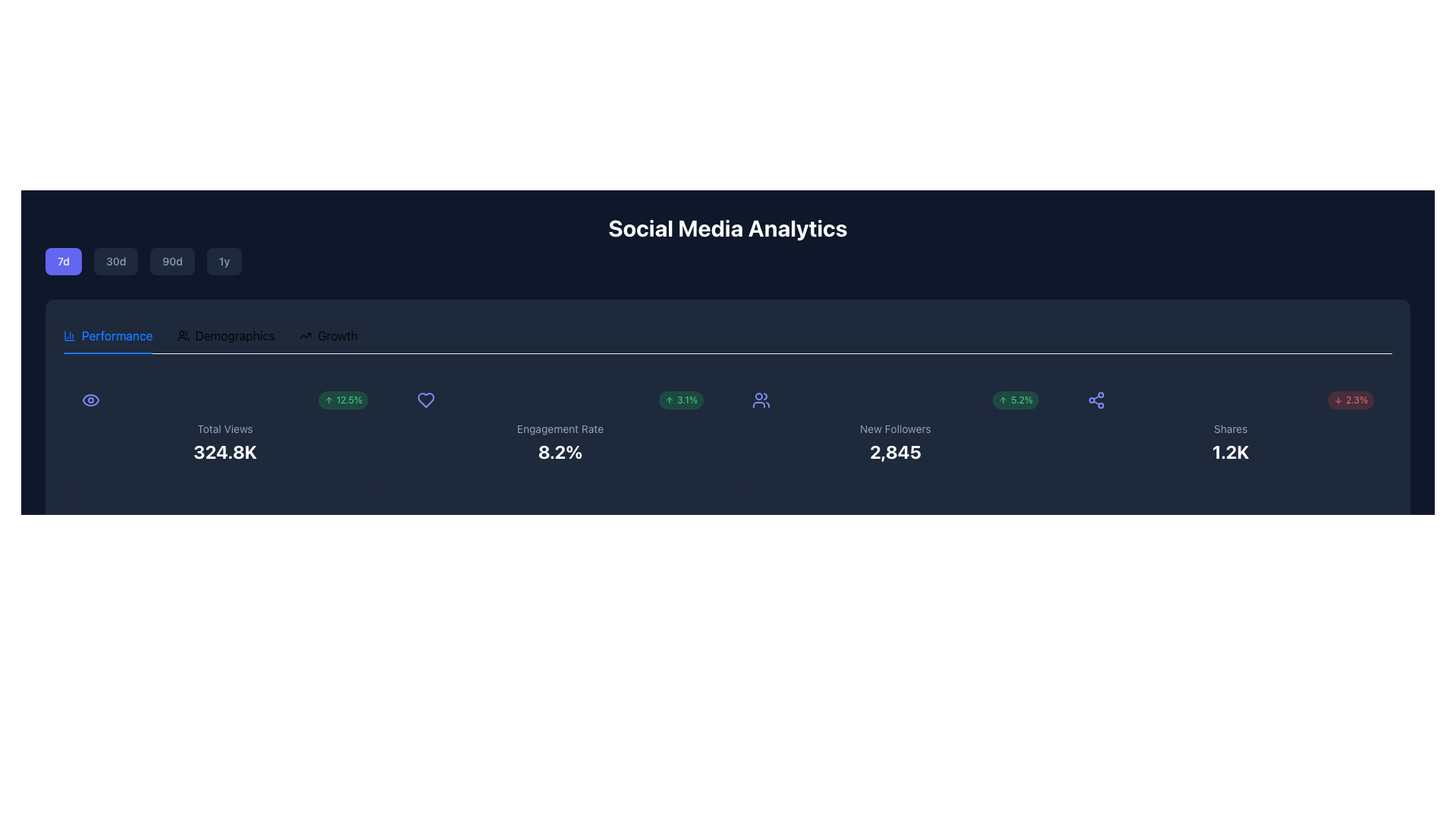  What do you see at coordinates (90, 400) in the screenshot?
I see `the eye icon in the performance section of the dashboard` at bounding box center [90, 400].